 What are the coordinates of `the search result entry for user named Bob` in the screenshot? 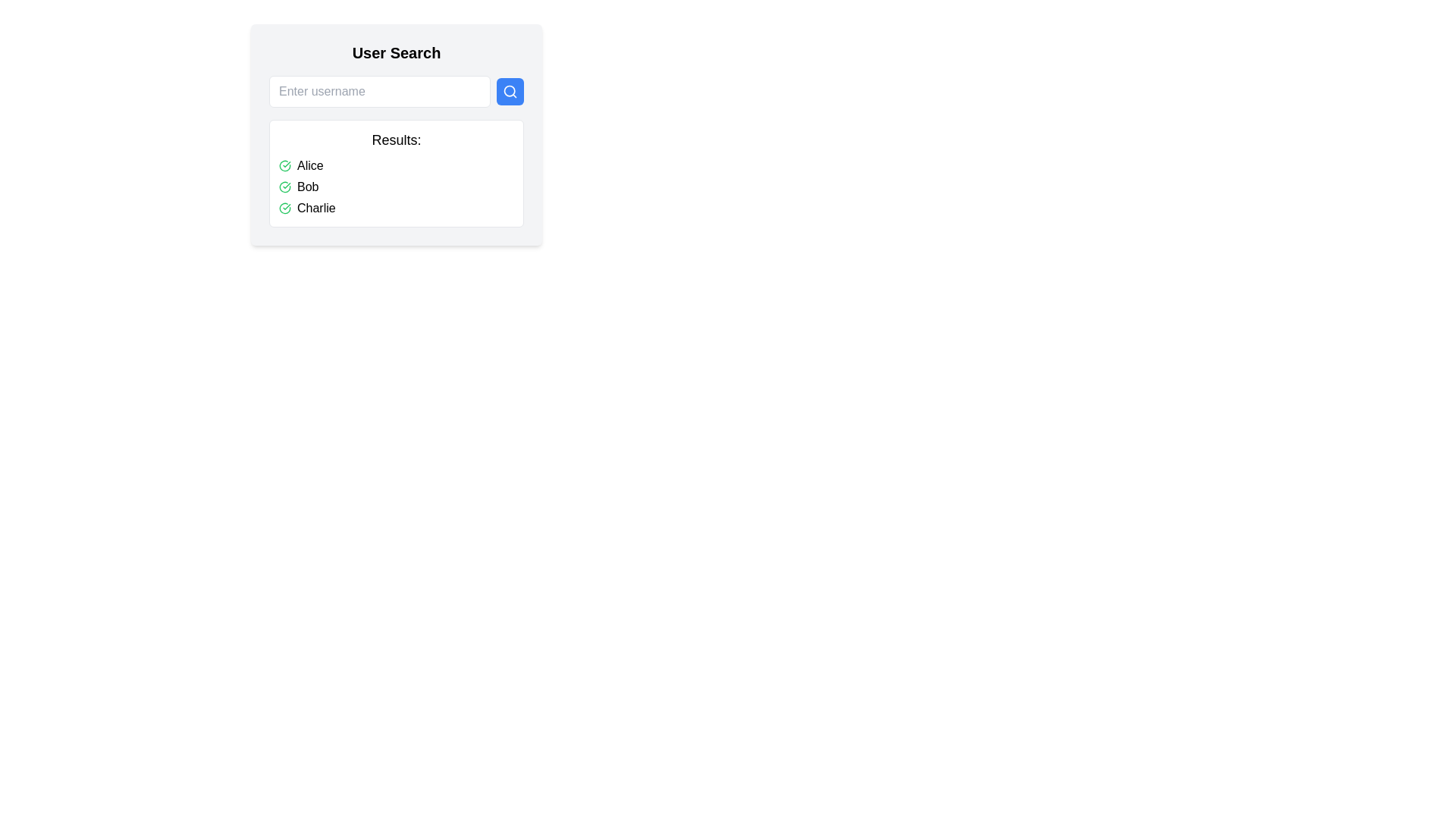 It's located at (307, 186).